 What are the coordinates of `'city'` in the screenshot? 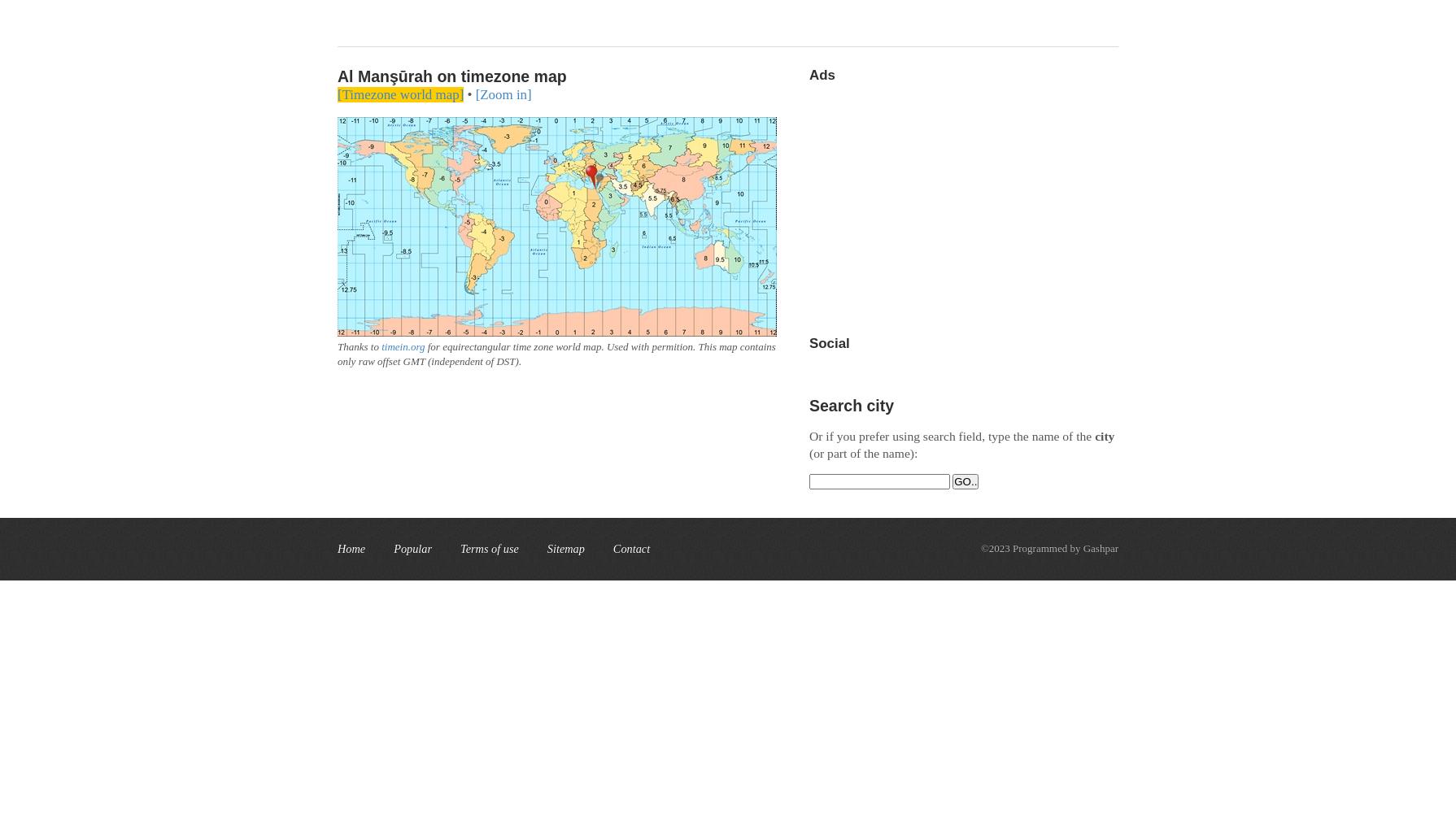 It's located at (1104, 436).